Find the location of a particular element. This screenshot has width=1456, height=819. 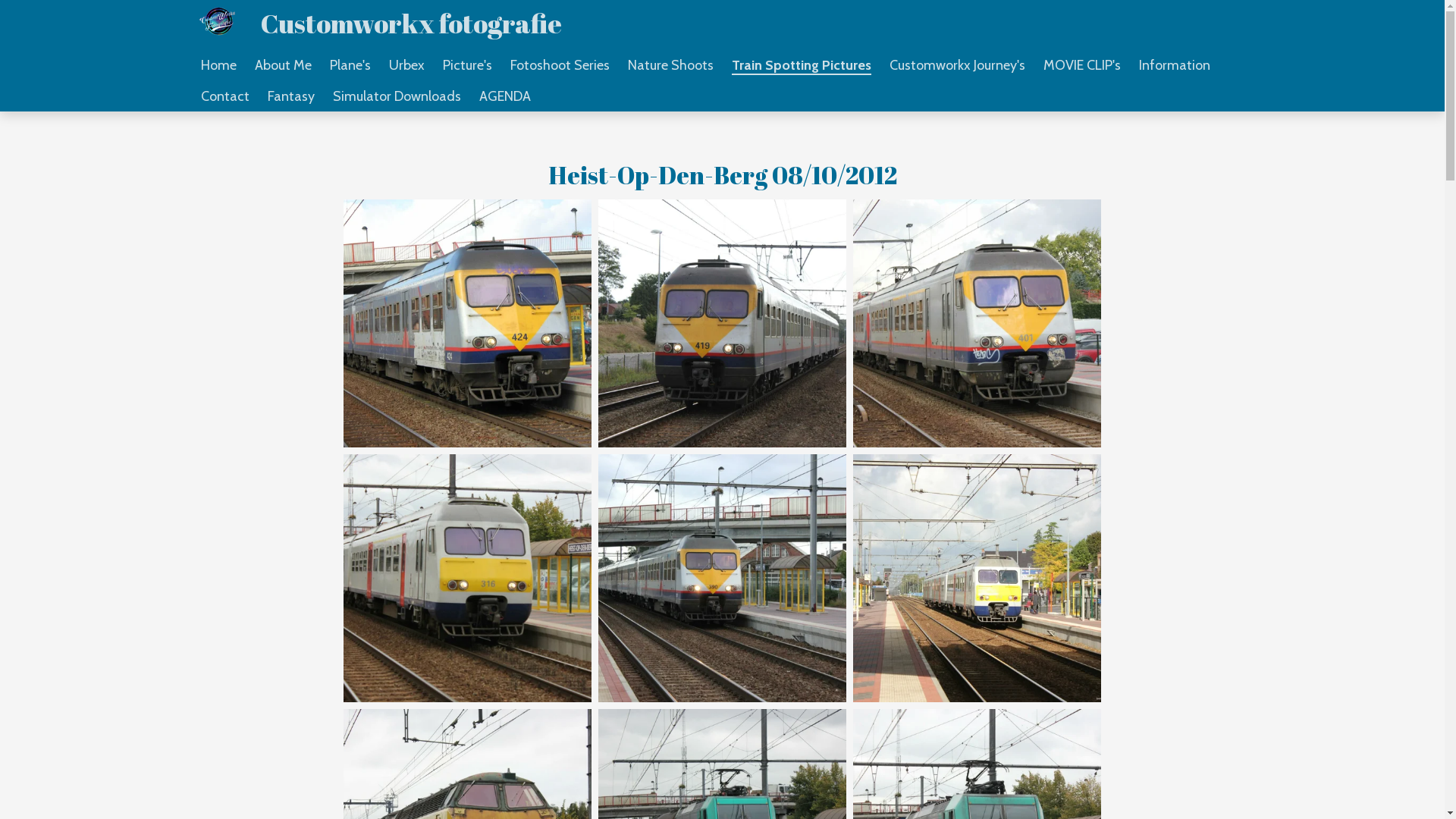

'Picture's' is located at coordinates (466, 64).